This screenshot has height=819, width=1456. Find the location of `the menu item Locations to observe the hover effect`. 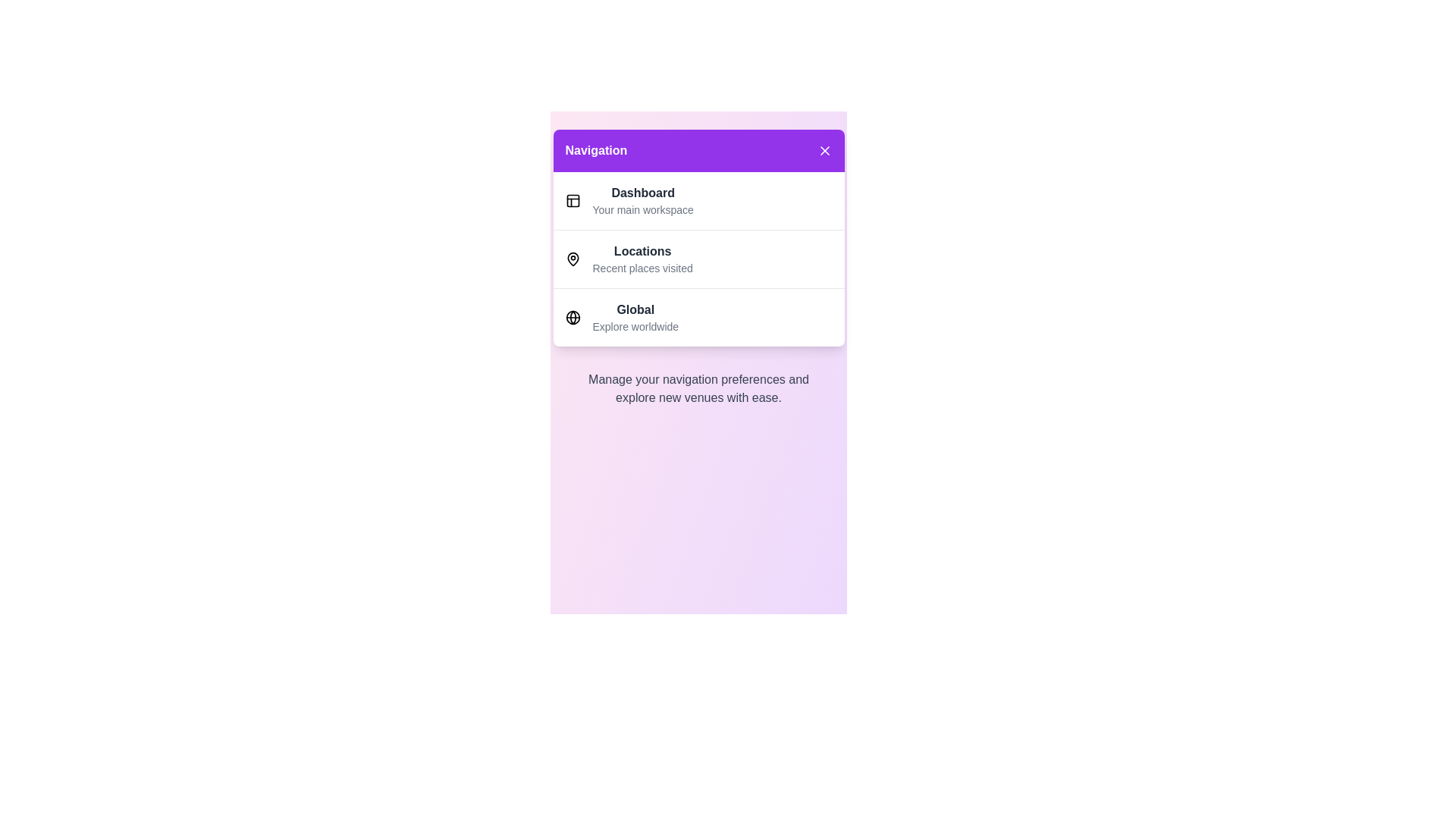

the menu item Locations to observe the hover effect is located at coordinates (698, 258).